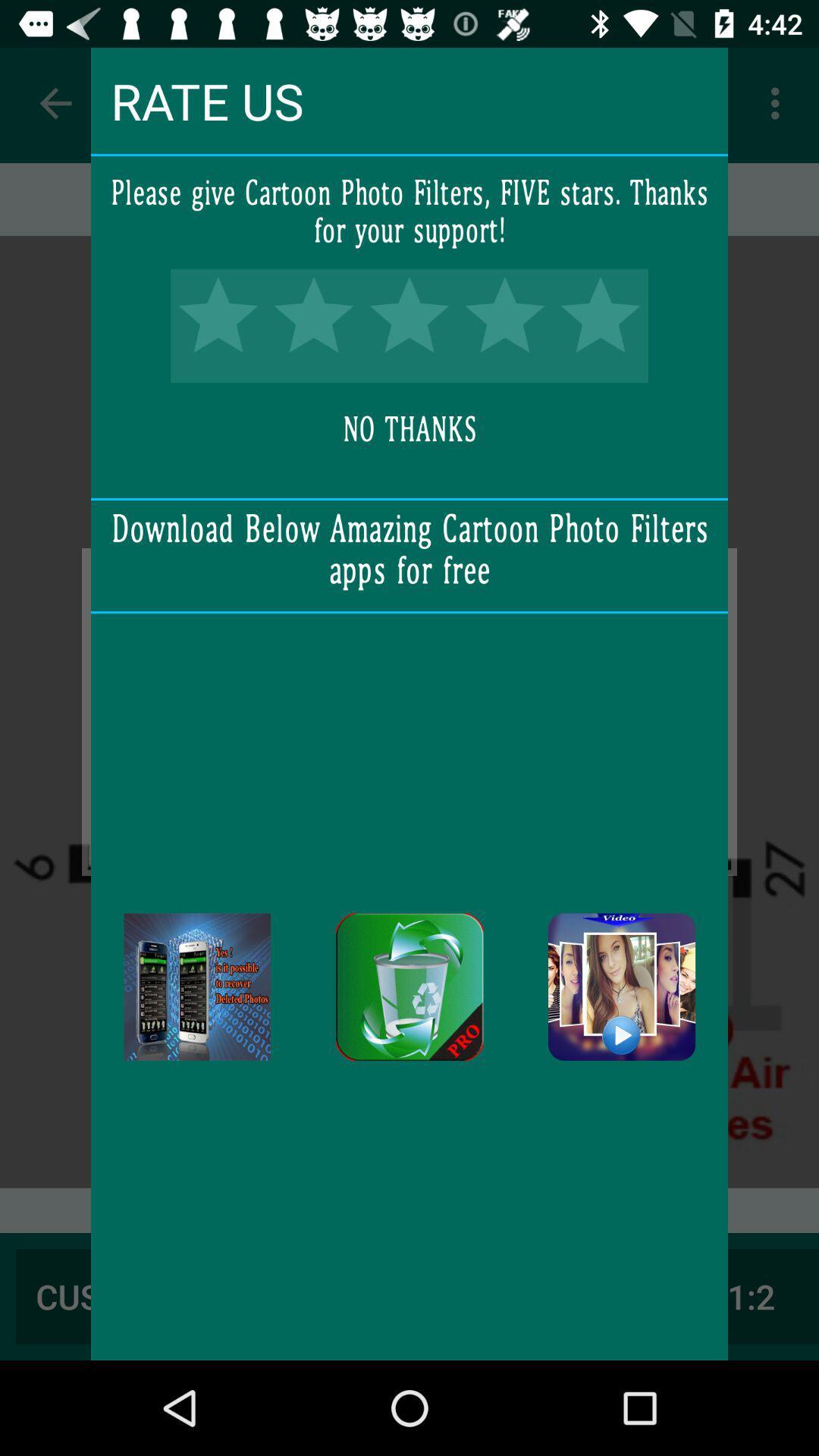 This screenshot has width=819, height=1456. What do you see at coordinates (196, 987) in the screenshot?
I see `the icon at the bottom left corner` at bounding box center [196, 987].